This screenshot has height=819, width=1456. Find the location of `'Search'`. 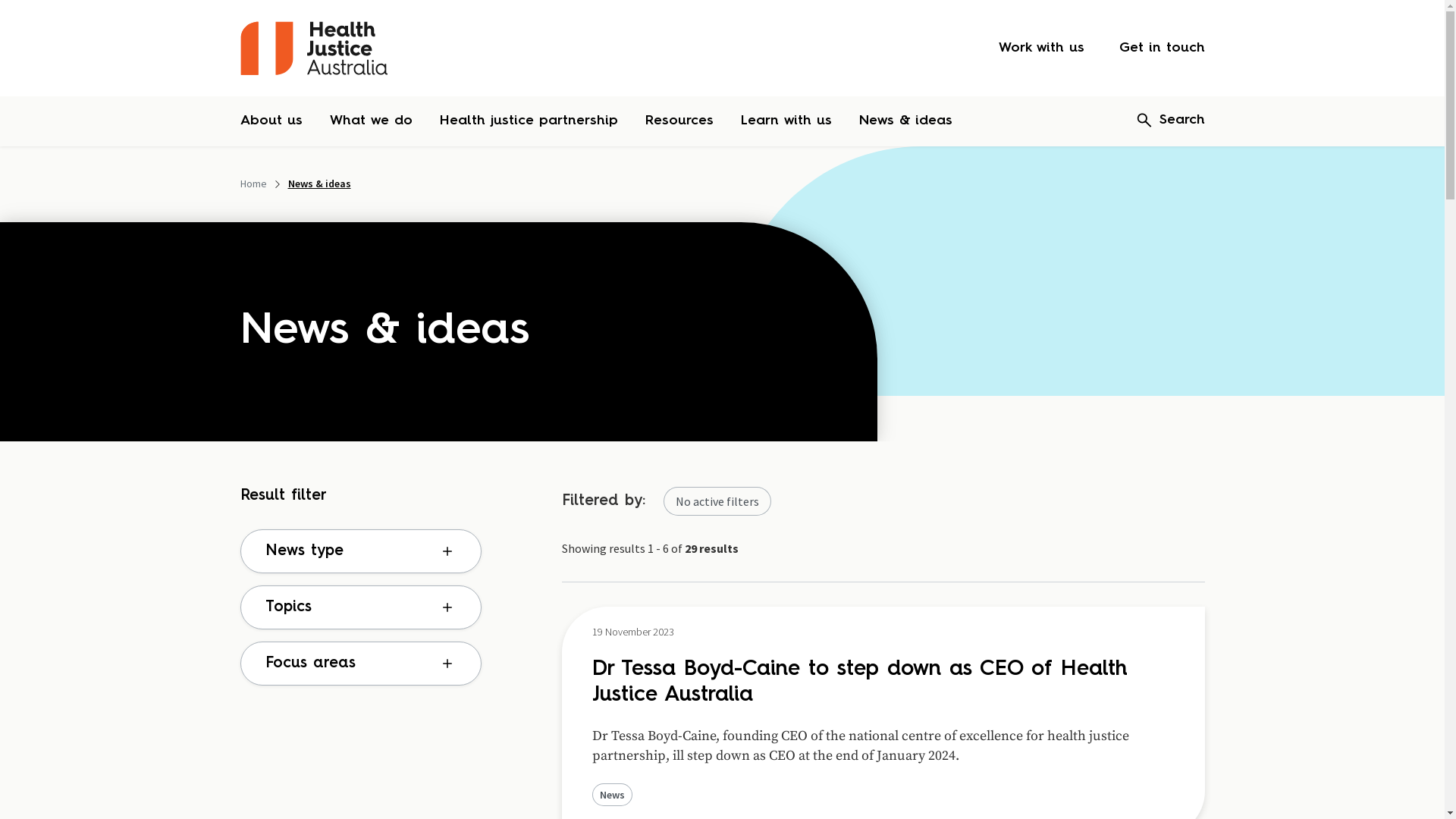

'Search' is located at coordinates (1169, 120).